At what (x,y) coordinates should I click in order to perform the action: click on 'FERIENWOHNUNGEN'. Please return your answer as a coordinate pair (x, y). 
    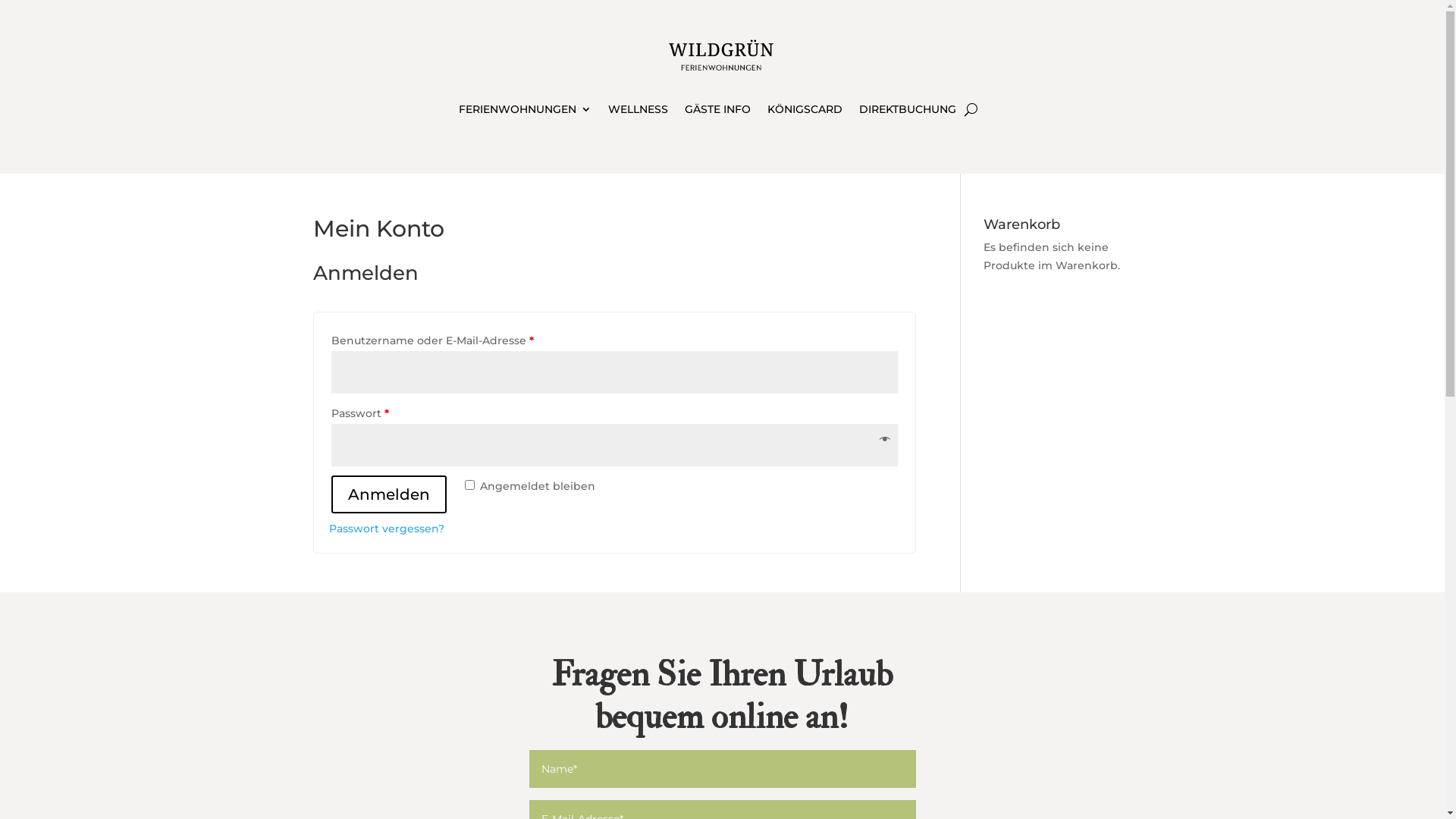
    Looking at the image, I should click on (525, 111).